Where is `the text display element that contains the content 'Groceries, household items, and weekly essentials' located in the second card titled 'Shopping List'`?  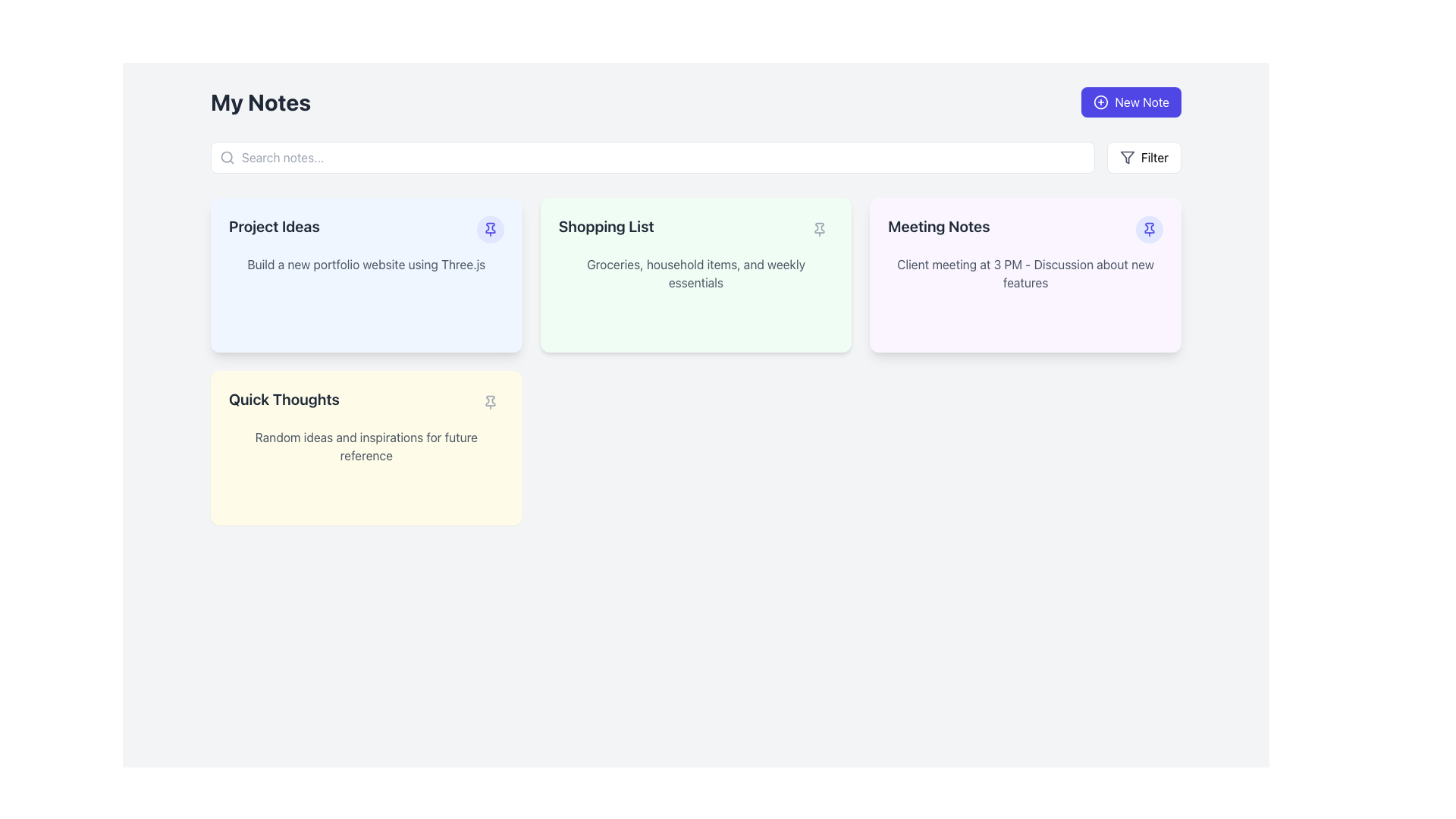 the text display element that contains the content 'Groceries, household items, and weekly essentials' located in the second card titled 'Shopping List' is located at coordinates (695, 274).